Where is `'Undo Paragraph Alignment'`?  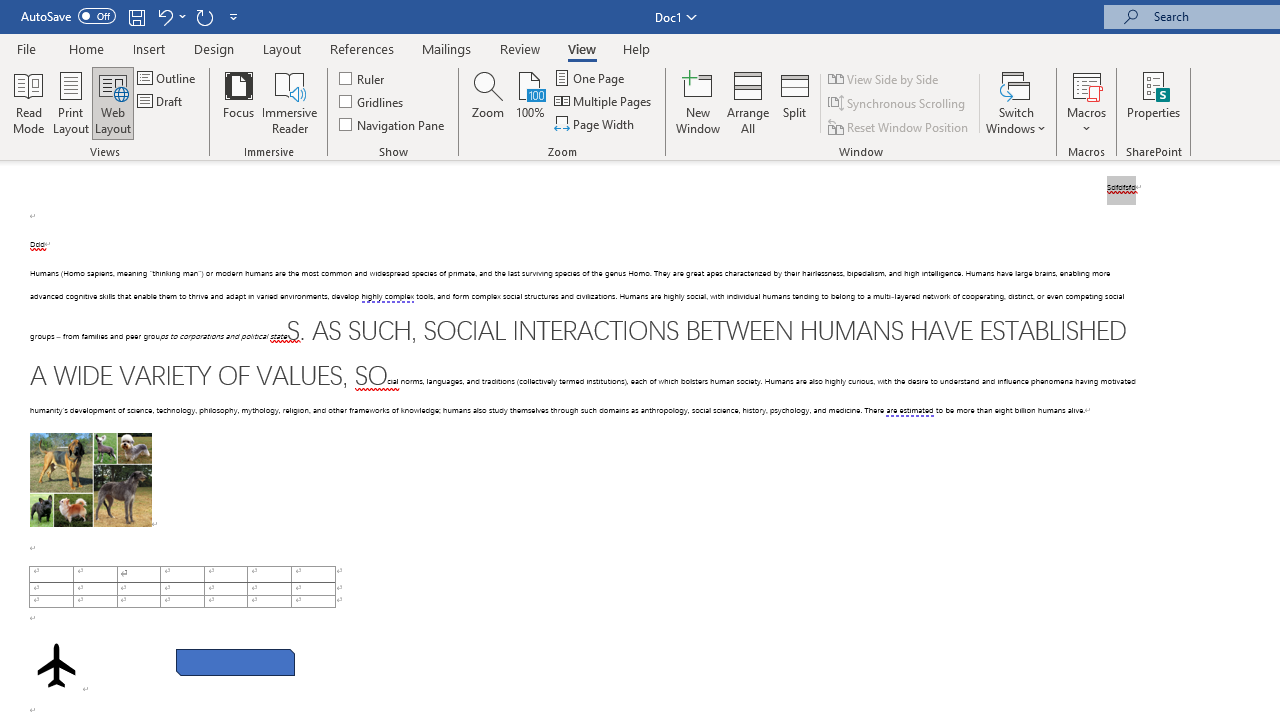
'Undo Paragraph Alignment' is located at coordinates (164, 16).